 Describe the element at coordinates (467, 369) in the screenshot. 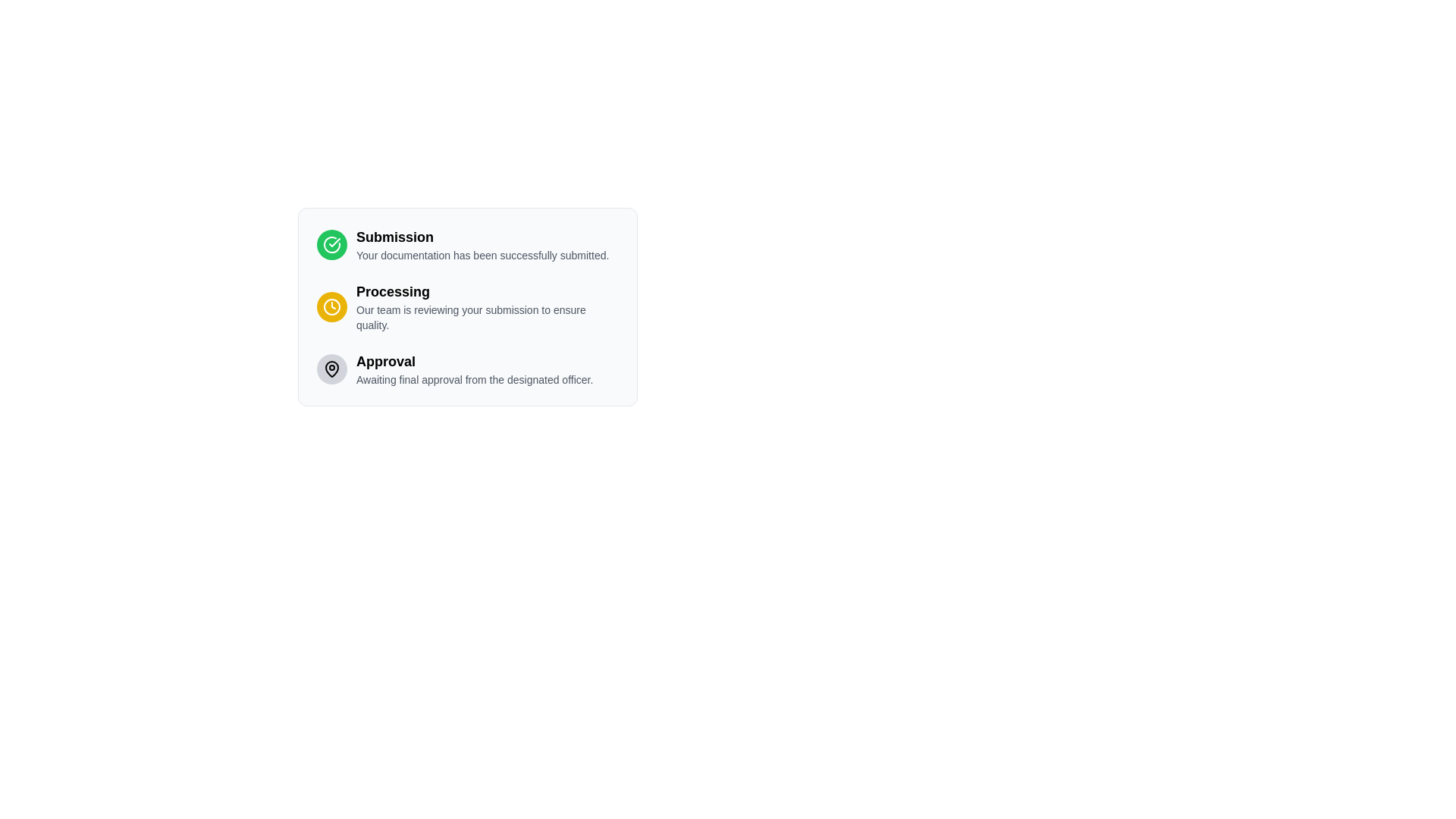

I see `the text-based status indicator displaying 'Approval' and 'Awaiting final approval from the designated officer.'` at that location.